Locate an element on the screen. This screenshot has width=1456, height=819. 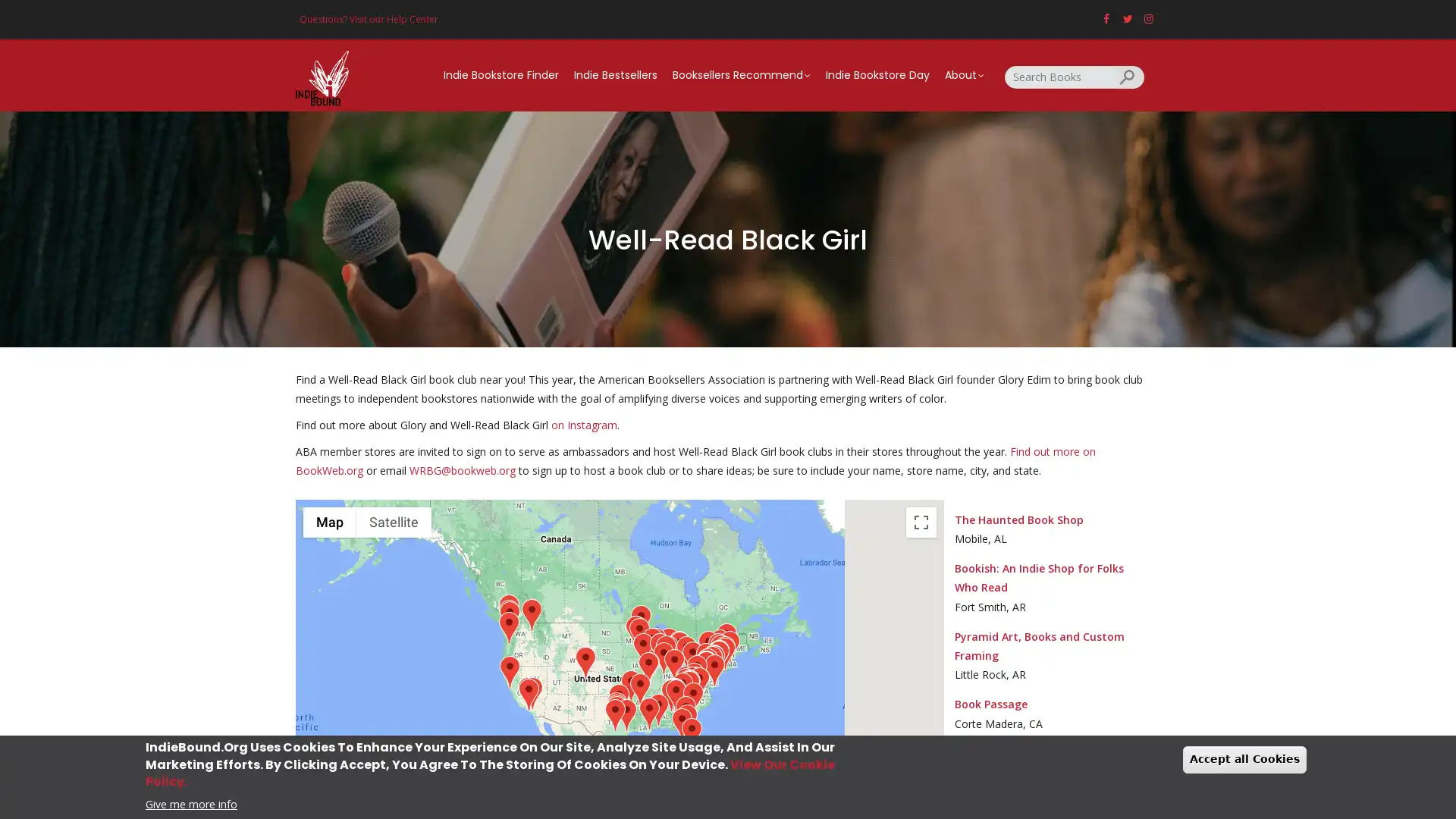
Book House of Stuyvesant Plaza is located at coordinates (718, 645).